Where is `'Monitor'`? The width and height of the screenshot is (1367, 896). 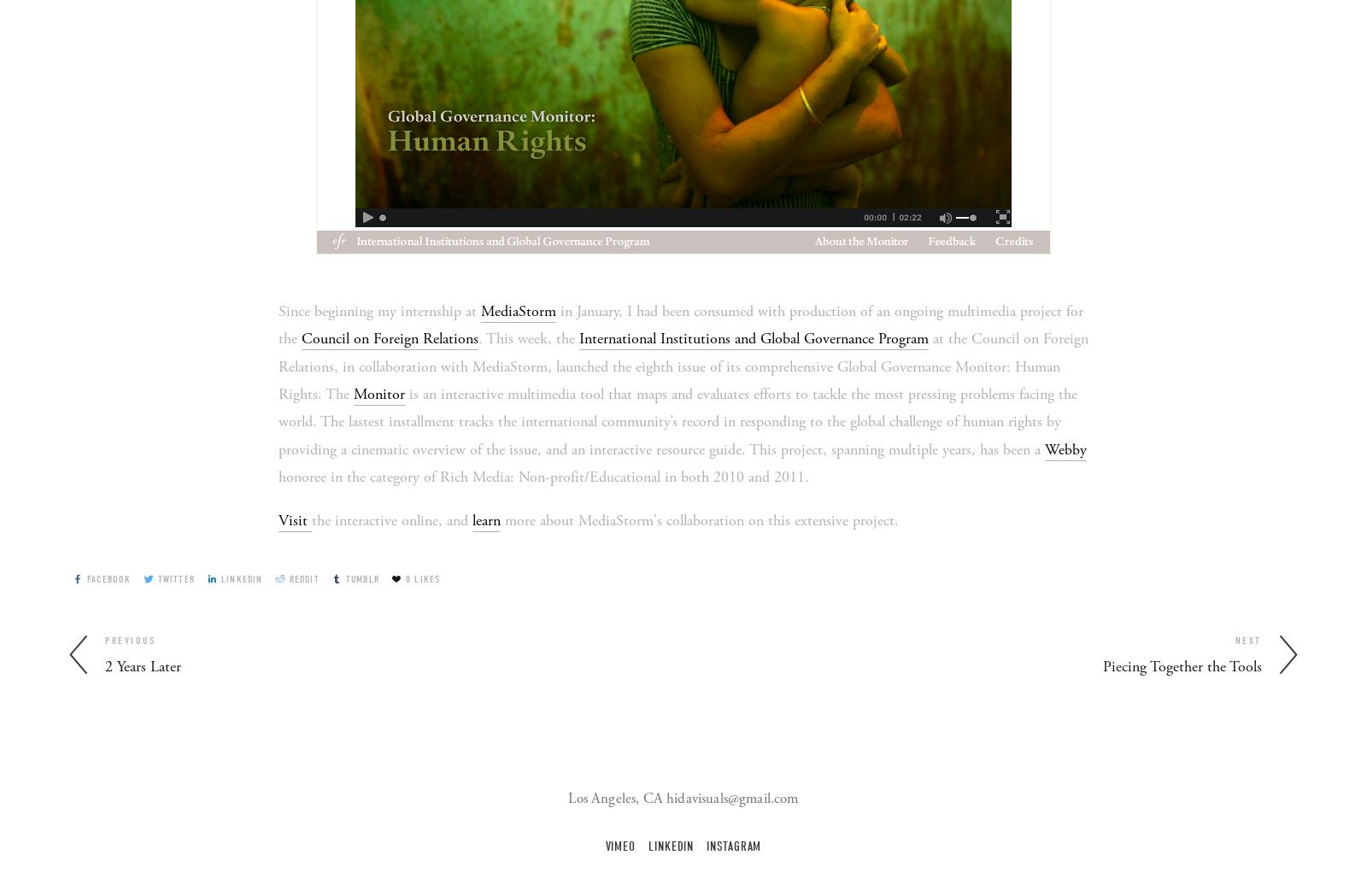 'Monitor' is located at coordinates (378, 394).